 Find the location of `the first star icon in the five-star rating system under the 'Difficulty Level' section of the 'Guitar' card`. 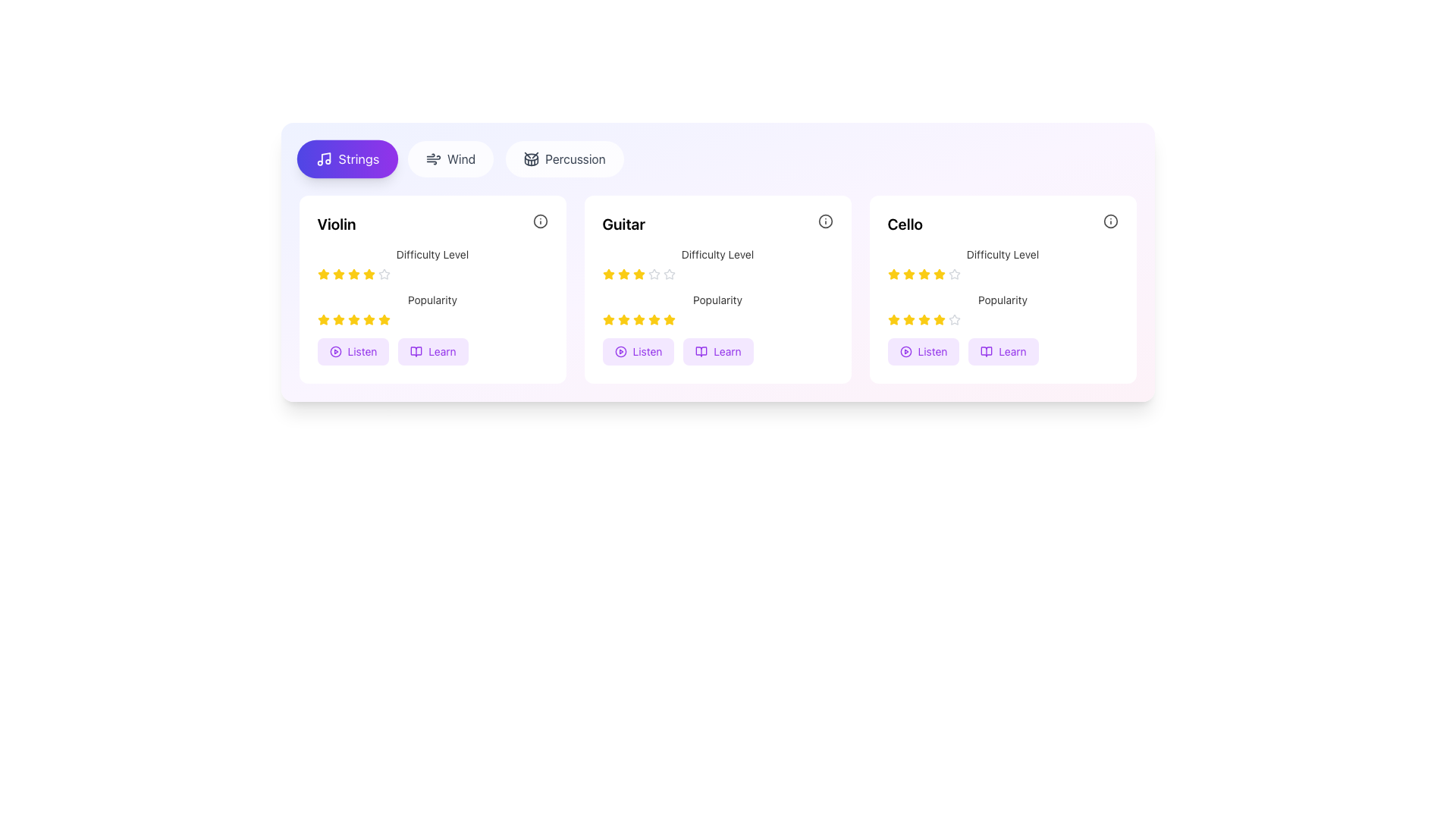

the first star icon in the five-star rating system under the 'Difficulty Level' section of the 'Guitar' card is located at coordinates (623, 274).